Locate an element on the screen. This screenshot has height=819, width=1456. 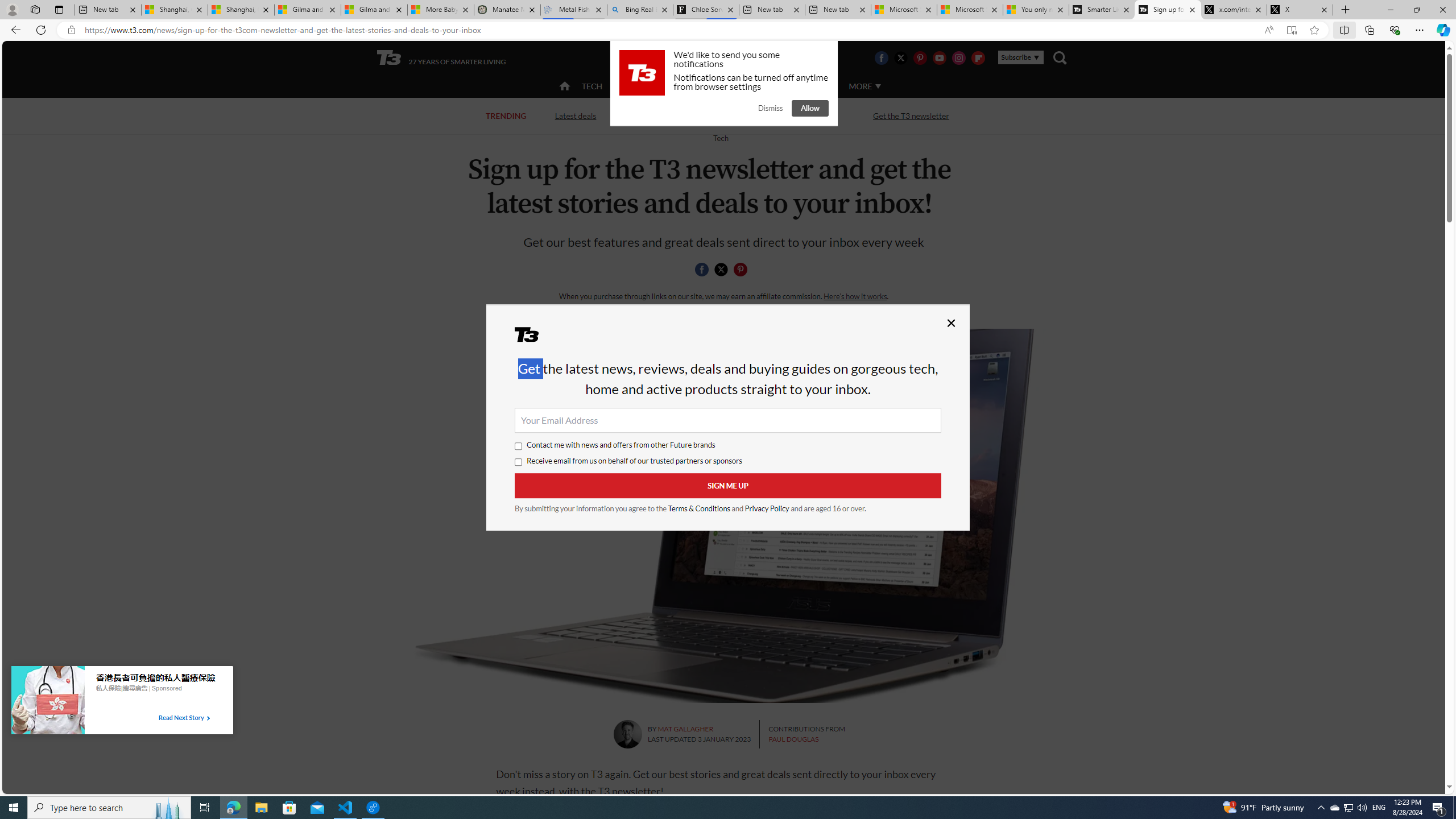
'Mat Gallagher' is located at coordinates (627, 734).